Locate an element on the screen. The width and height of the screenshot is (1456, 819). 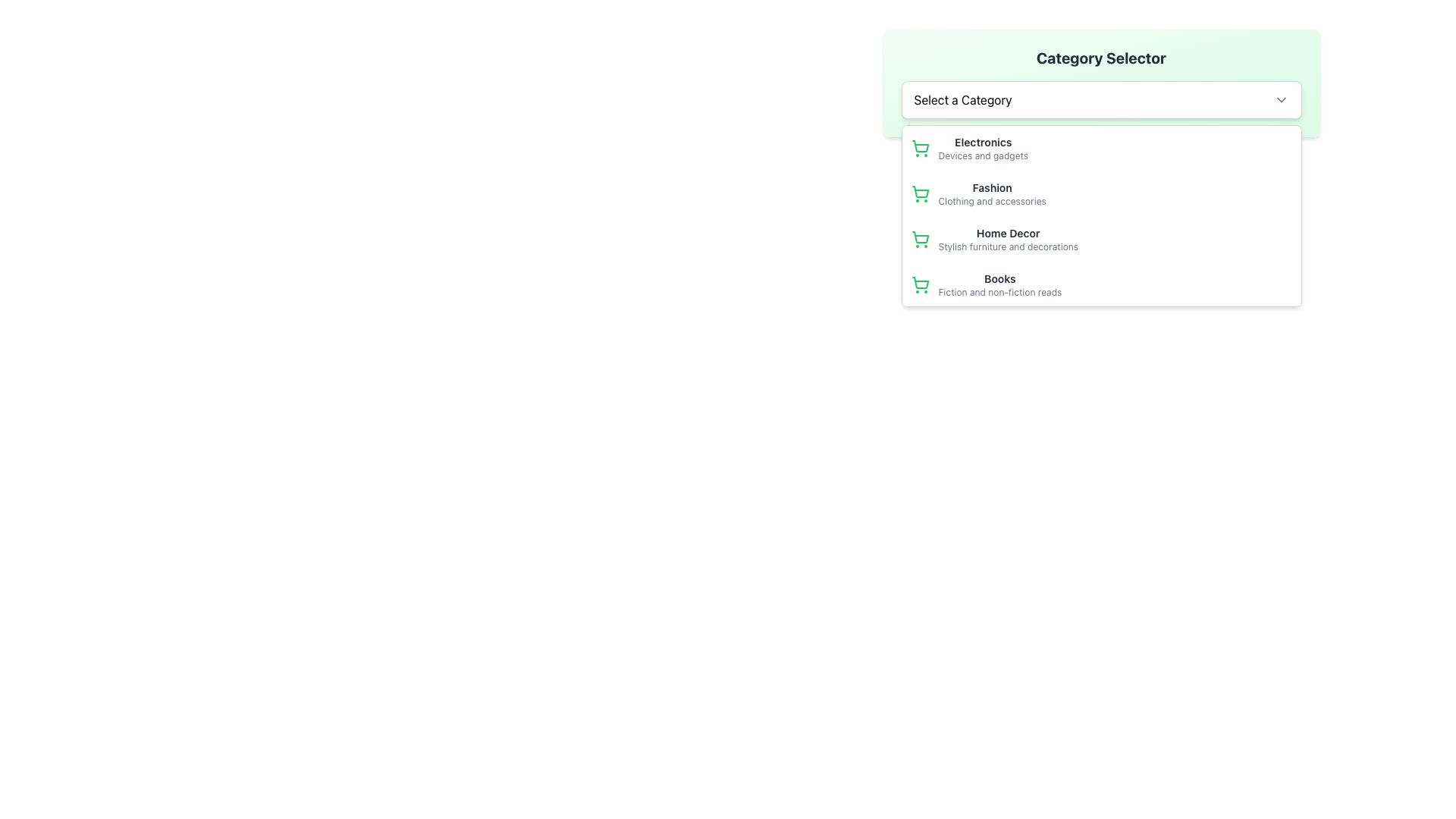
the first list item representing the 'Electronics' category in the dropdown menu titled 'Select a Category' is located at coordinates (1101, 149).